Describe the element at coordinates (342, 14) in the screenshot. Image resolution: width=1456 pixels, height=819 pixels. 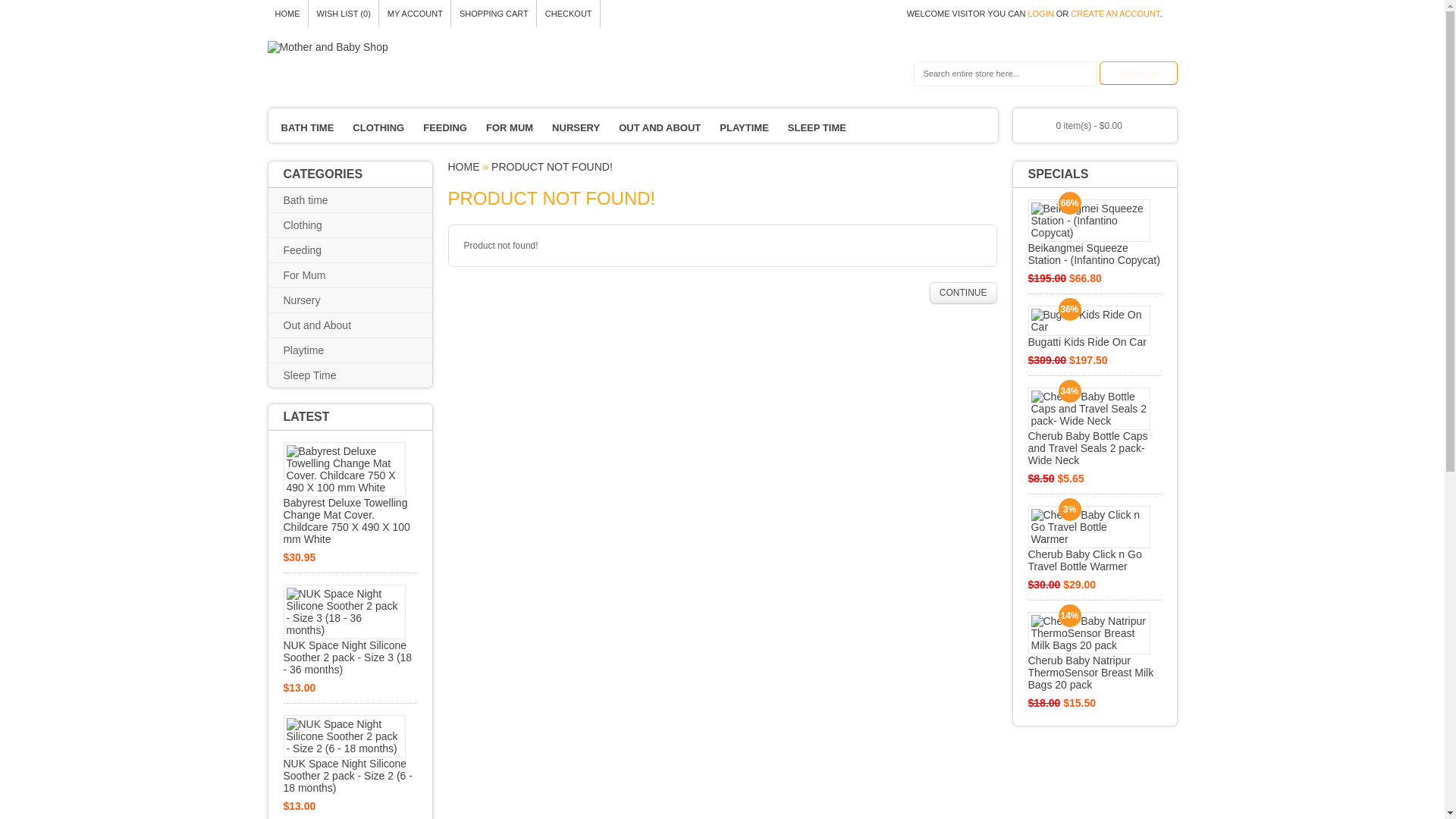
I see `'WISH LIST (0)'` at that location.